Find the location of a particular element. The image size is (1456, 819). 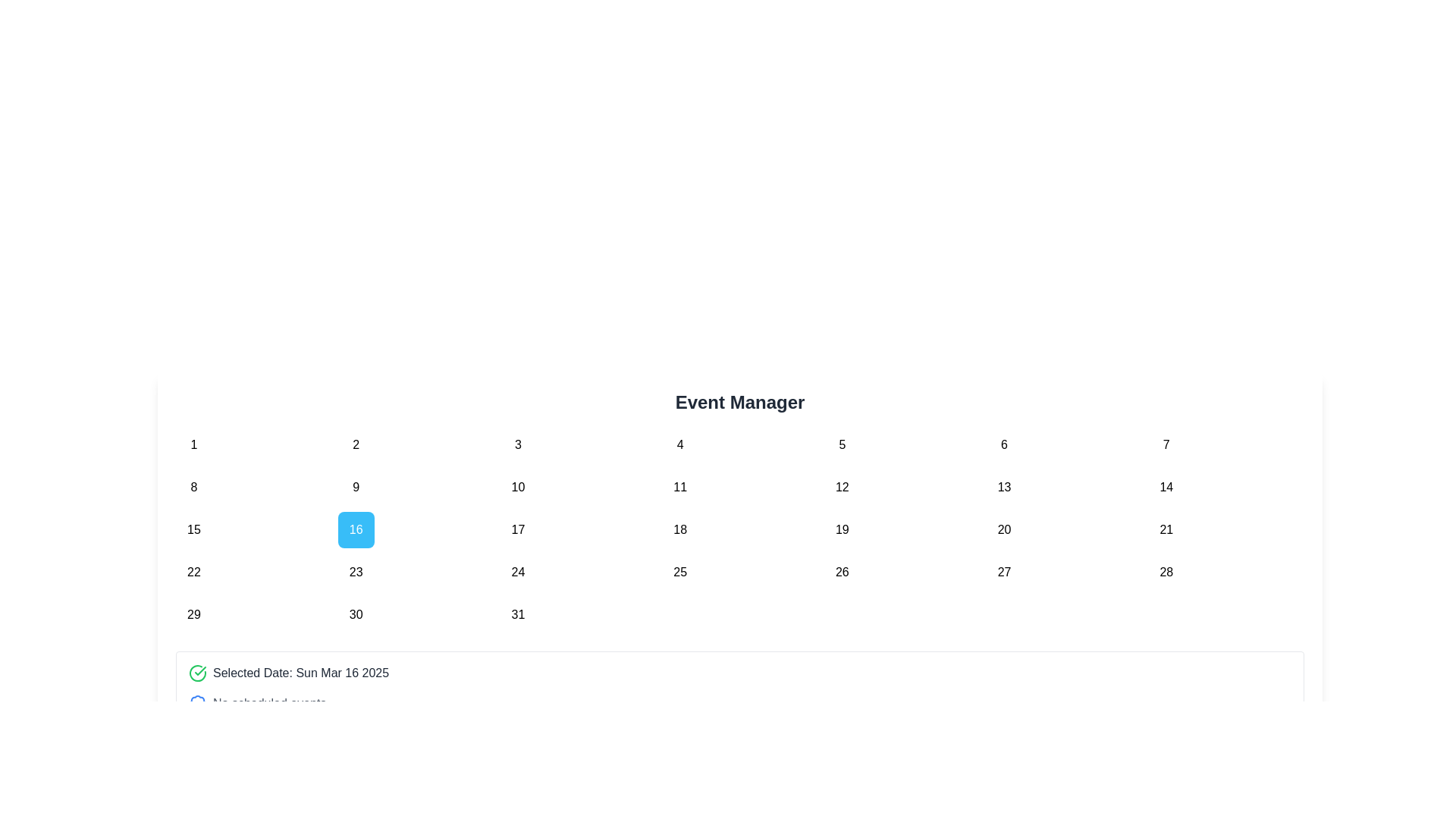

the blue square button with rounded corners displaying the number '16' is located at coordinates (355, 529).